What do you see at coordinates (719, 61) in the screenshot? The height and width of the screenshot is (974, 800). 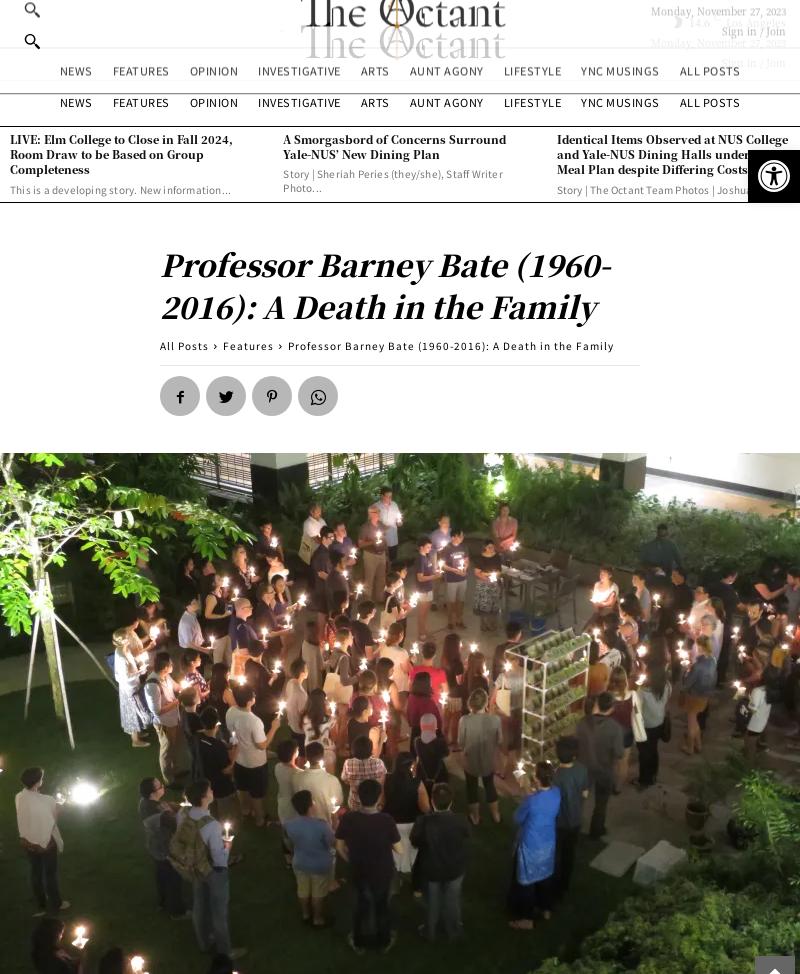 I see `'Sign in / Join'` at bounding box center [719, 61].